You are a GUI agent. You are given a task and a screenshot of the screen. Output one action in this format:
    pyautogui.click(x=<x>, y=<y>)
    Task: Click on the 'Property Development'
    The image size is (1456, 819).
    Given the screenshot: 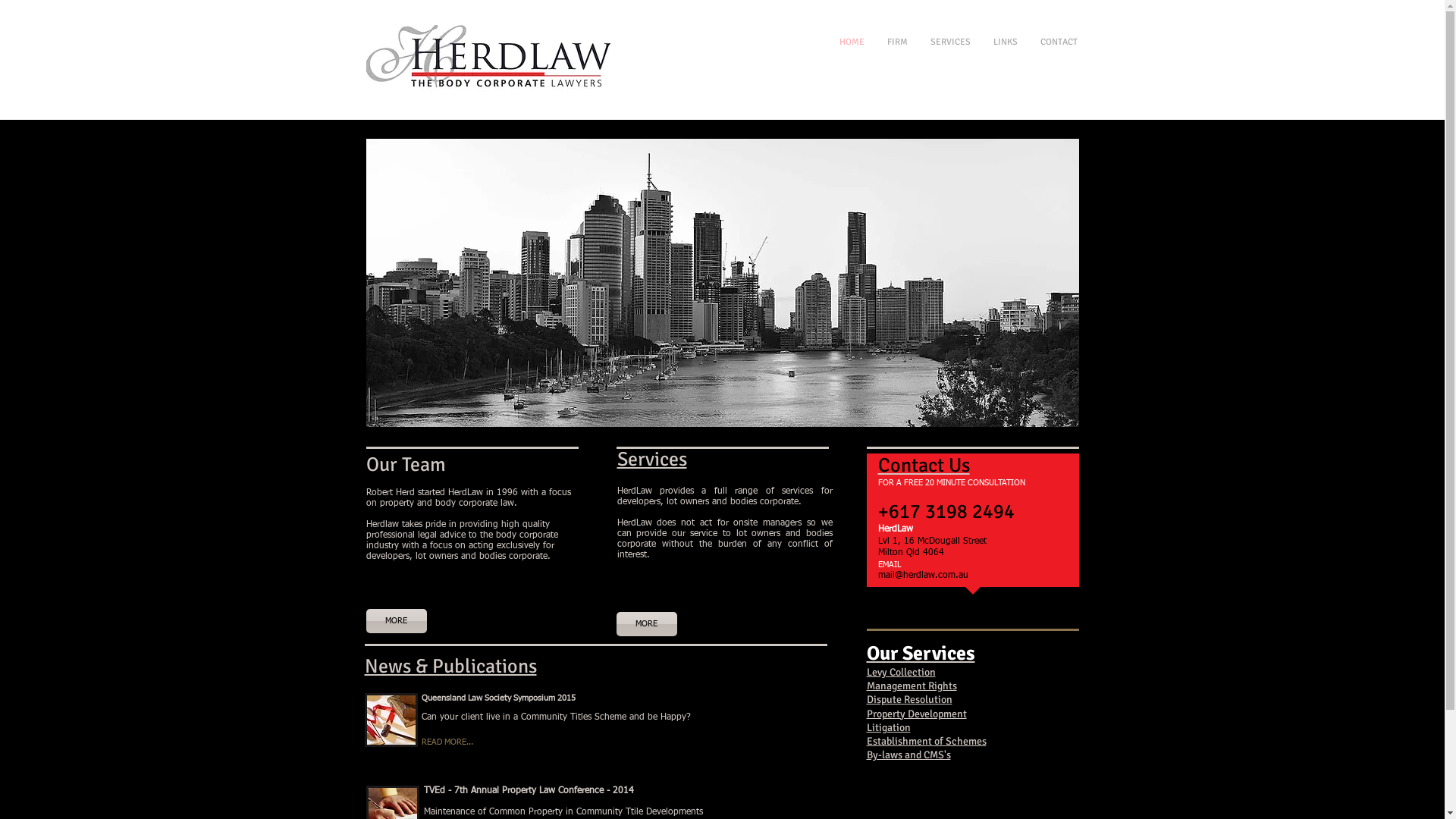 What is the action you would take?
    pyautogui.click(x=915, y=713)
    